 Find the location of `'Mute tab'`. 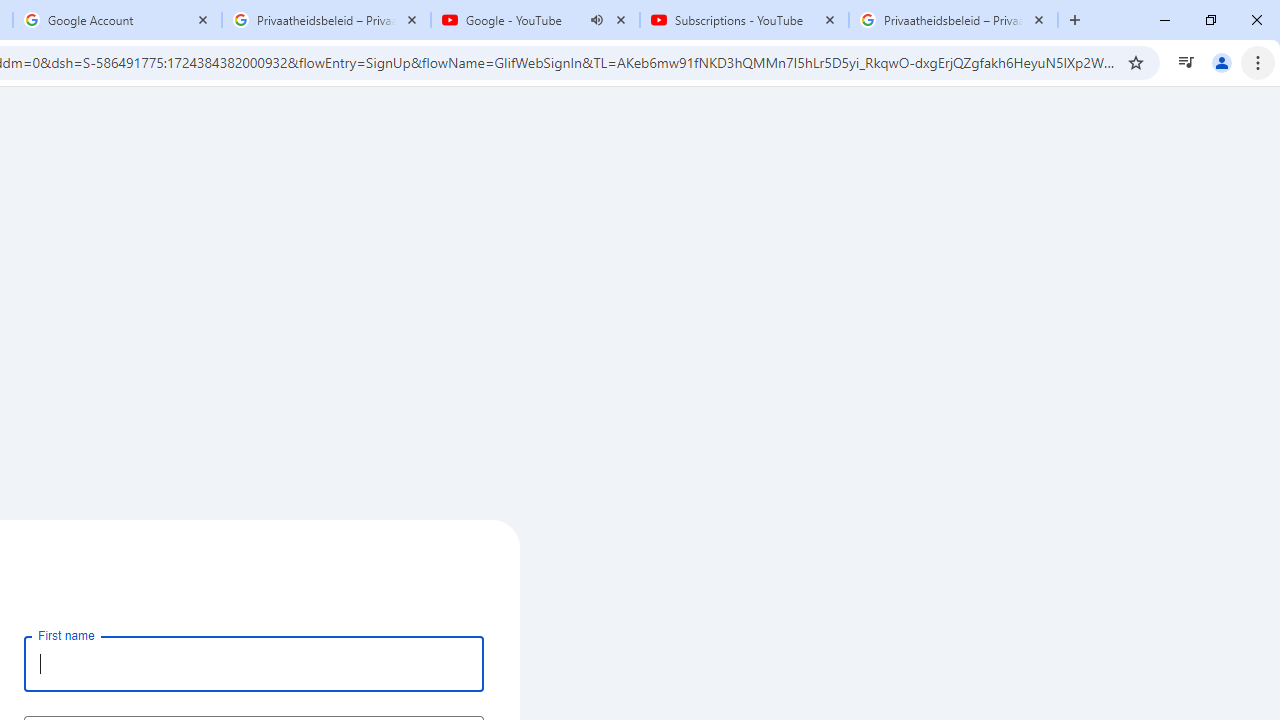

'Mute tab' is located at coordinates (596, 20).